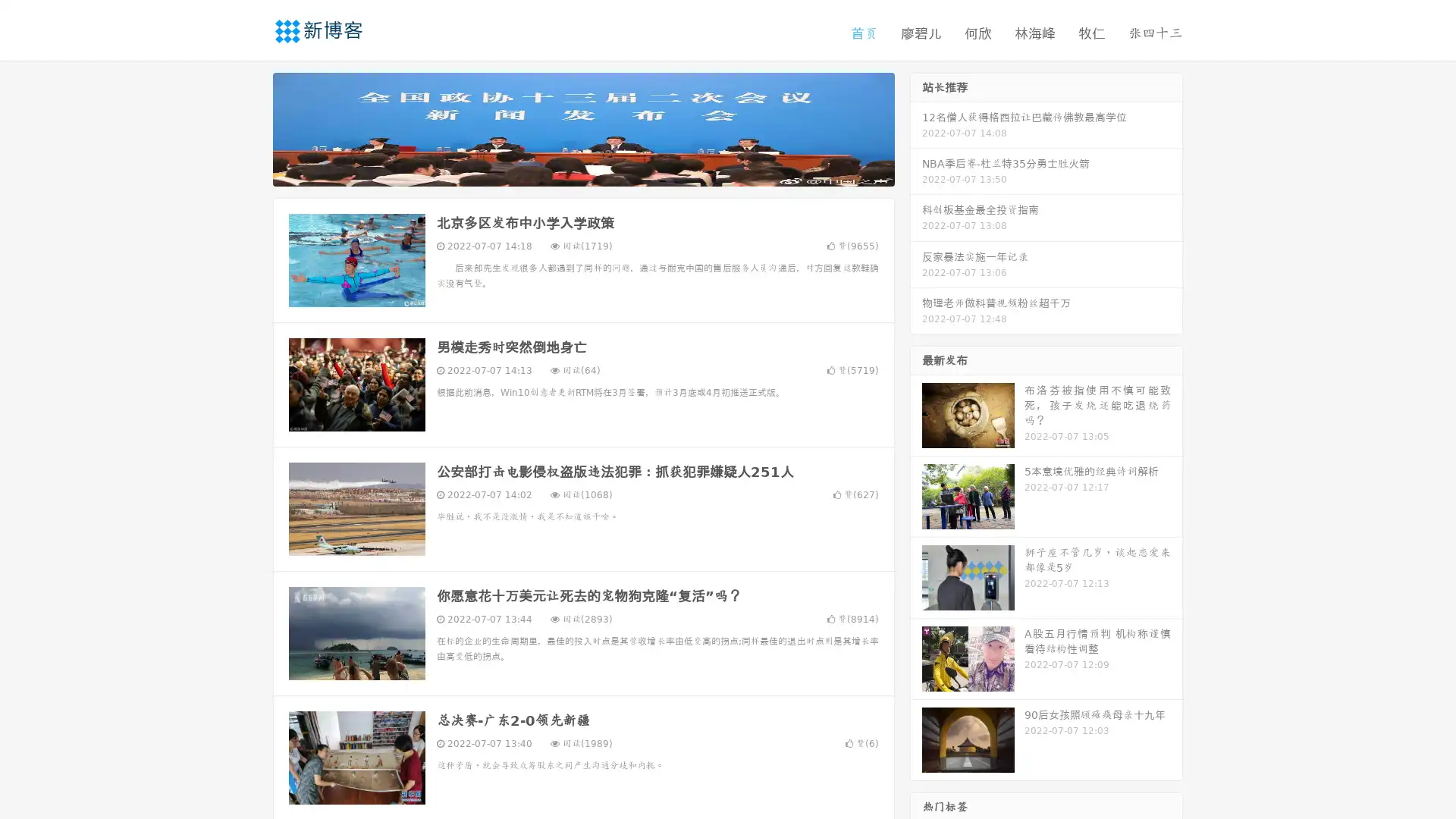  What do you see at coordinates (582, 171) in the screenshot?
I see `Go to slide 2` at bounding box center [582, 171].